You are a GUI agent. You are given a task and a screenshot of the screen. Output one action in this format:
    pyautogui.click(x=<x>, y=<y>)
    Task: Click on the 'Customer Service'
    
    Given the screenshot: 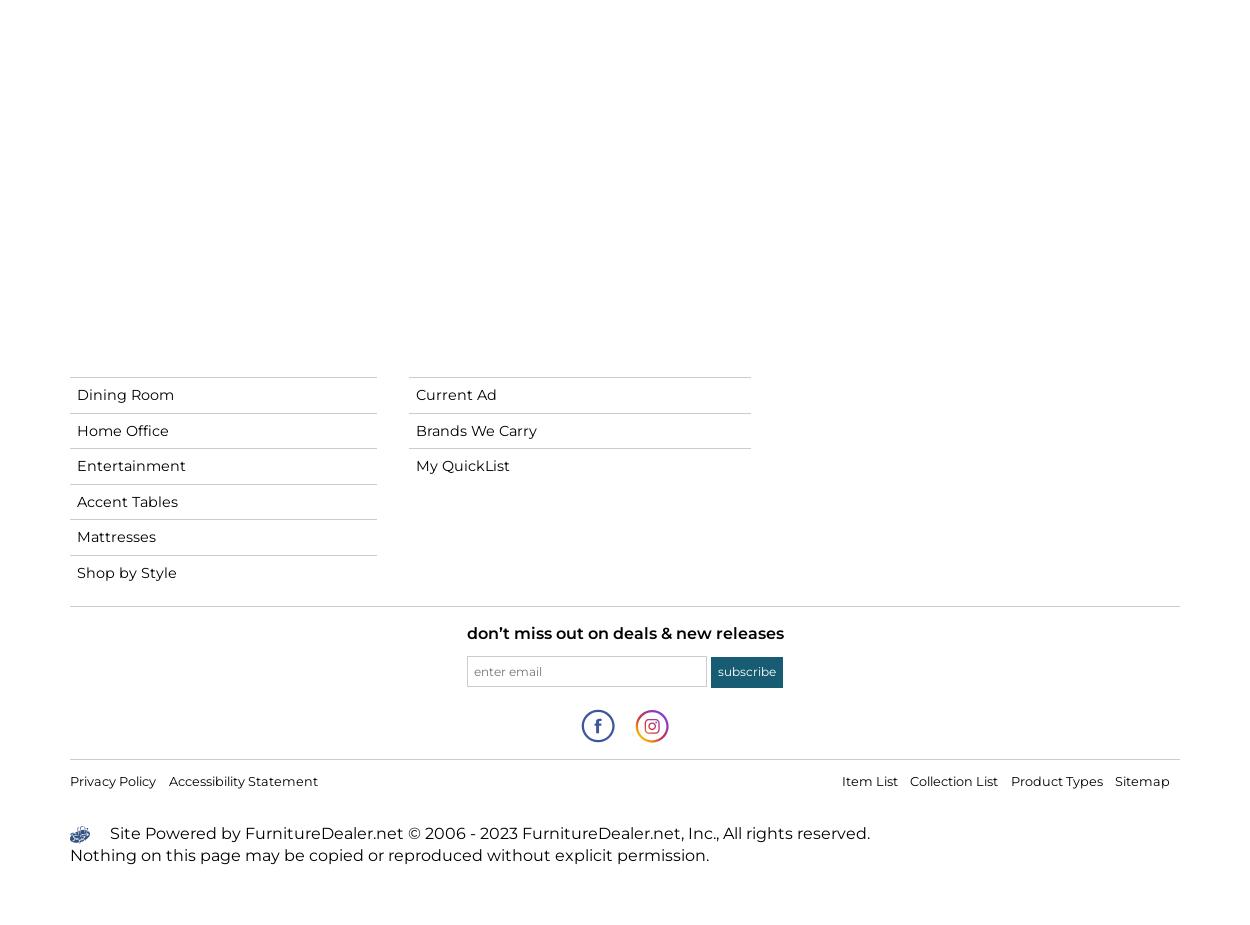 What is the action you would take?
    pyautogui.click(x=877, y=273)
    